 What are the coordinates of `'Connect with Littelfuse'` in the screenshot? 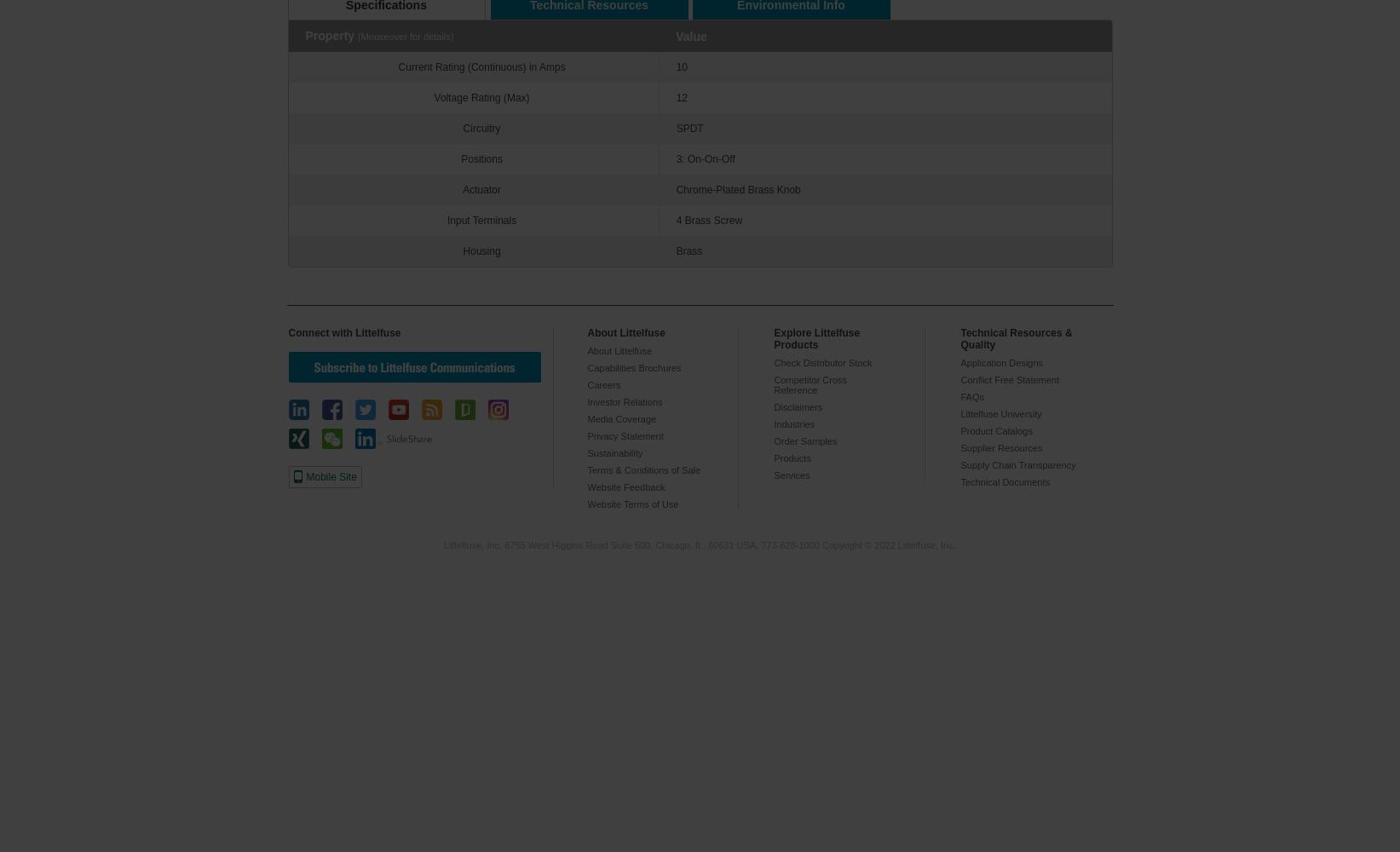 It's located at (344, 333).